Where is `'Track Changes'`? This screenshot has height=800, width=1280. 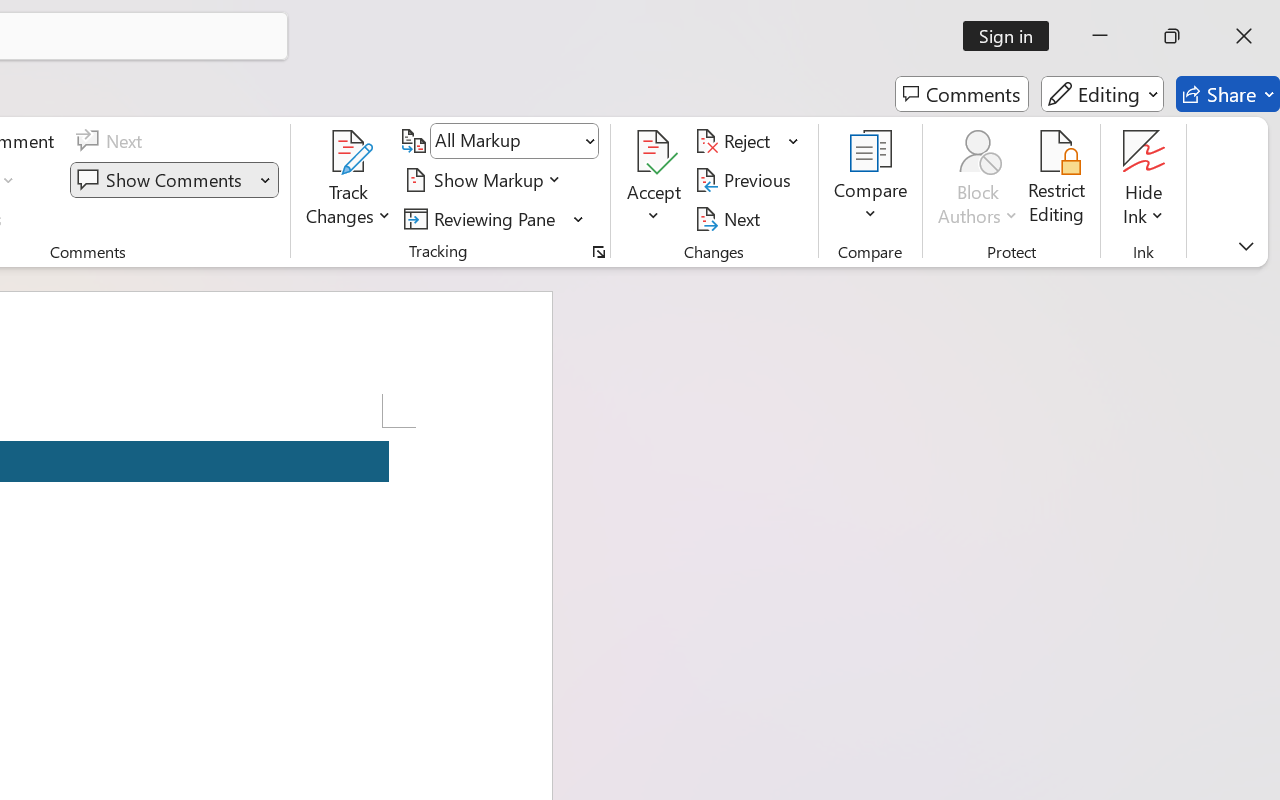 'Track Changes' is located at coordinates (349, 179).